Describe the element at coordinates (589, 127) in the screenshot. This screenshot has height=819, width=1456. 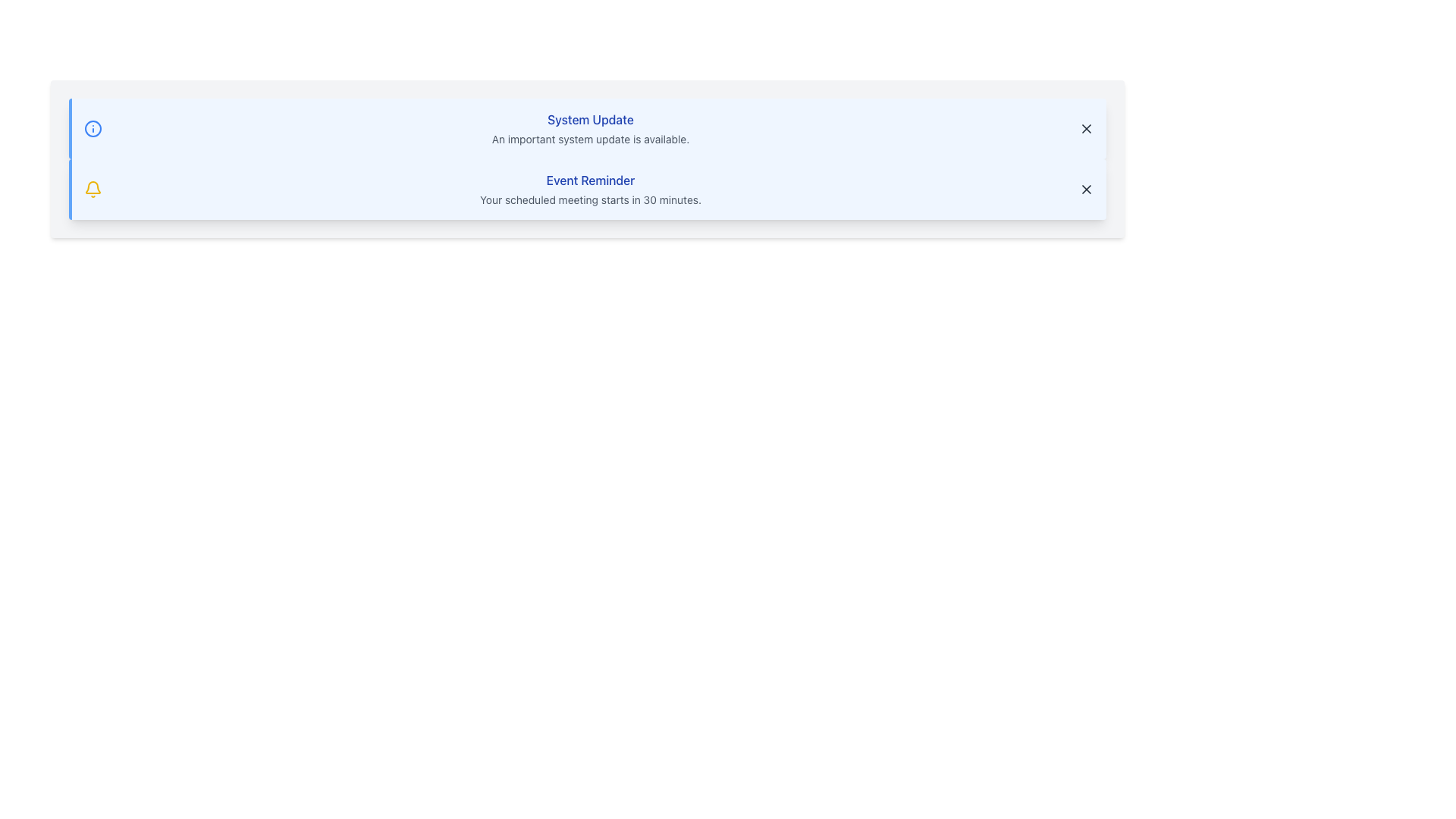
I see `the Informational Text Block titled 'System Update', which contains the message 'An important system update is available.'` at that location.